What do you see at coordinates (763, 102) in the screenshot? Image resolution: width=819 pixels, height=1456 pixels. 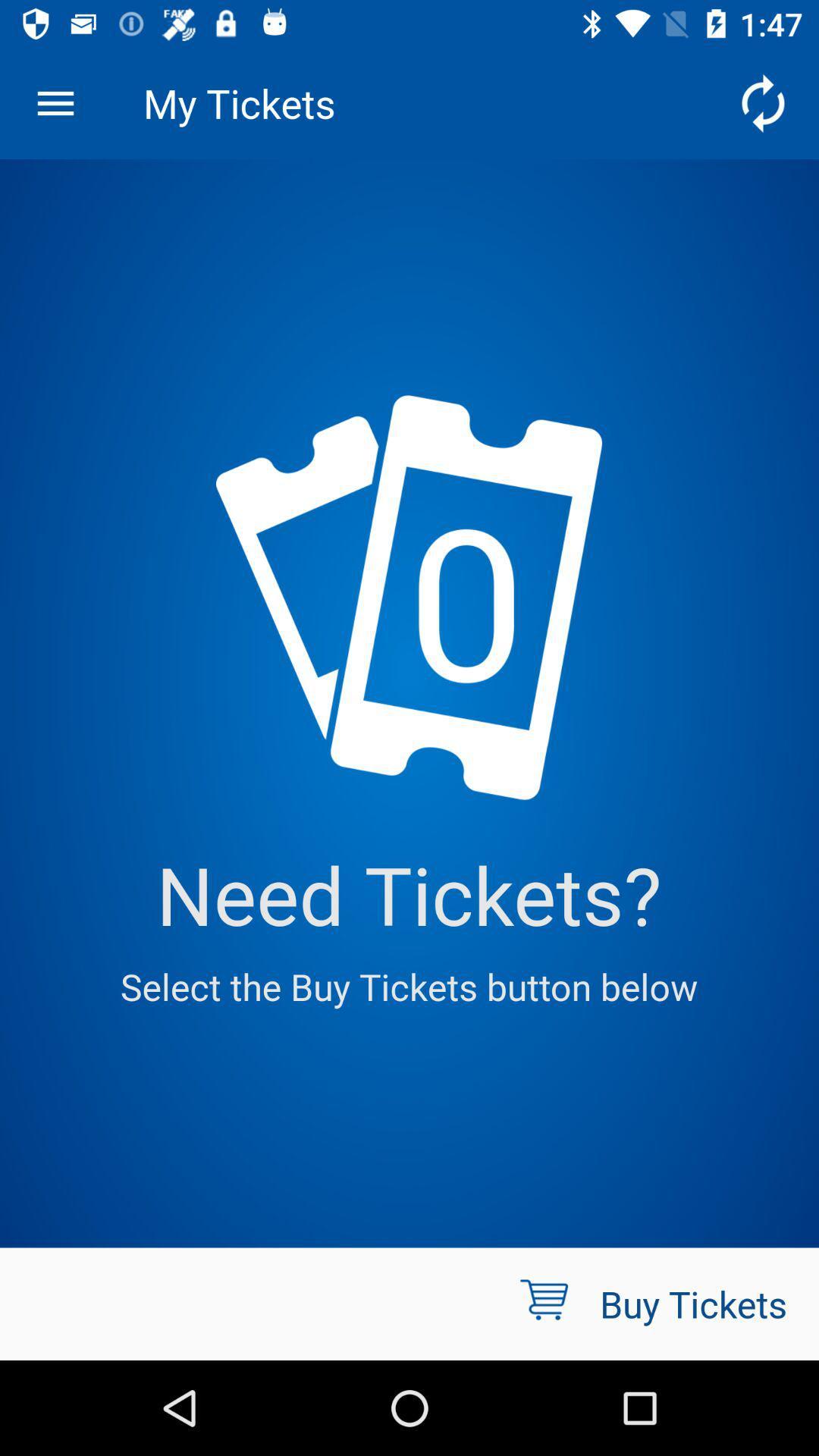 I see `the icon next to the my tickets item` at bounding box center [763, 102].